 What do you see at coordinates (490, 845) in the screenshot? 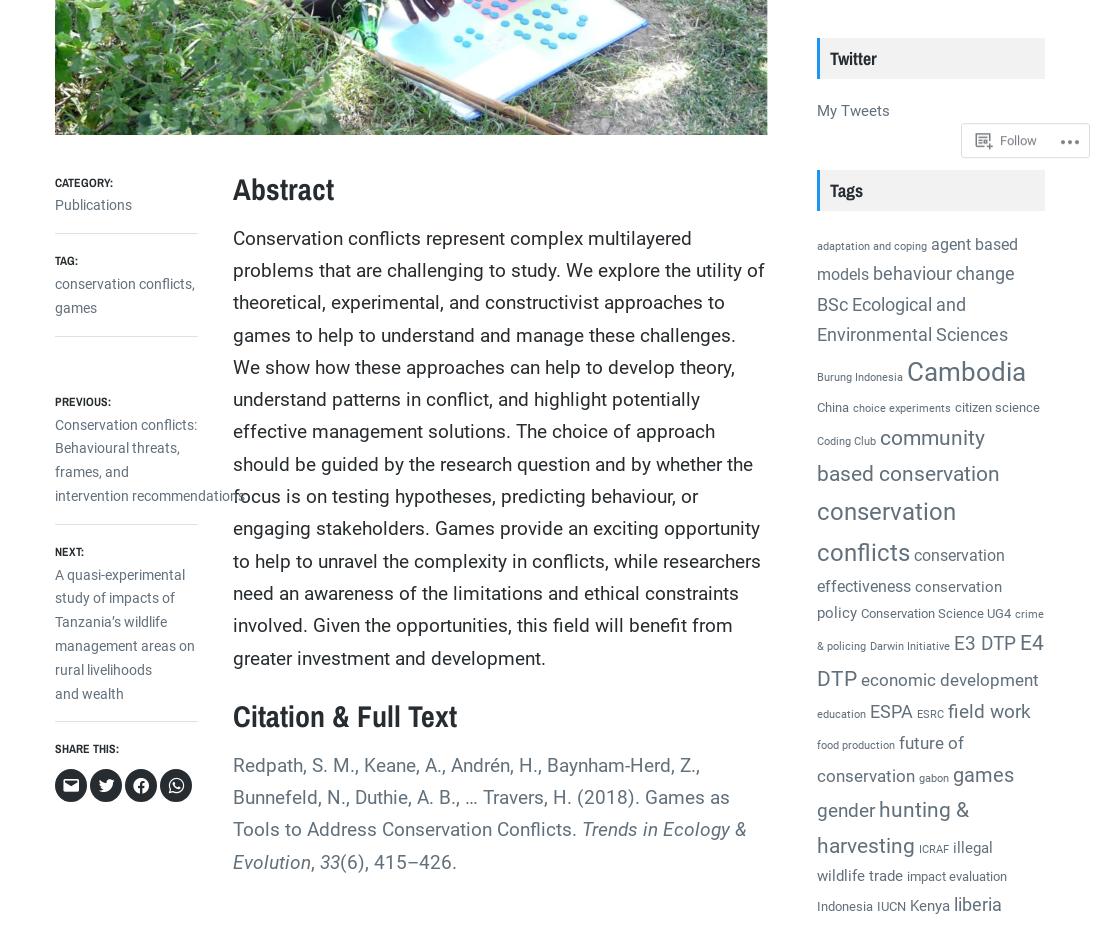
I see `'Trends in Ecology & Evolution'` at bounding box center [490, 845].